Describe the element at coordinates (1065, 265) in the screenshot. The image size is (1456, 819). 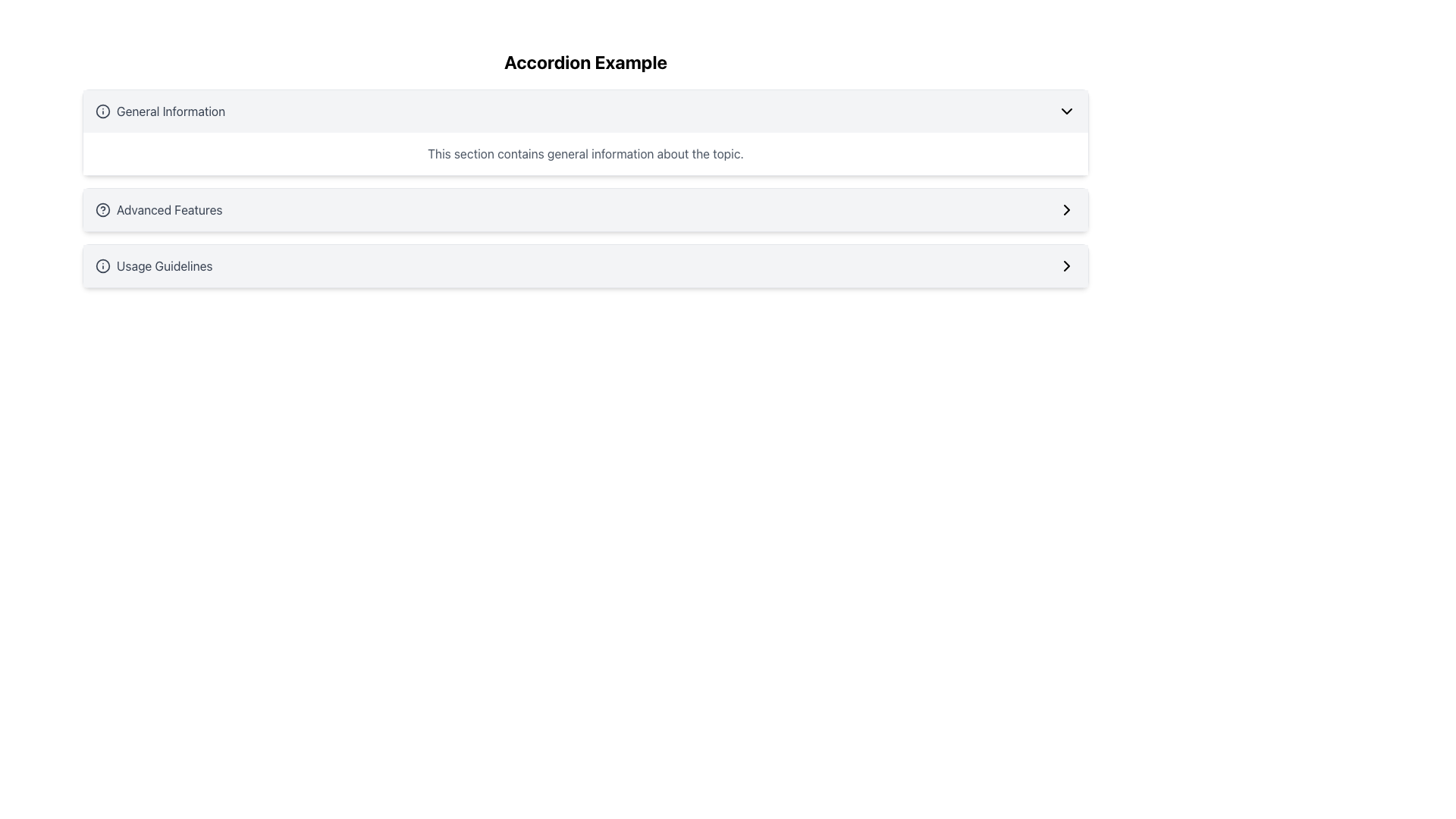
I see `the rightward-pointing chevron icon, which is located near the edge of the third collapsible section labeled 'Usage Guidelines'` at that location.